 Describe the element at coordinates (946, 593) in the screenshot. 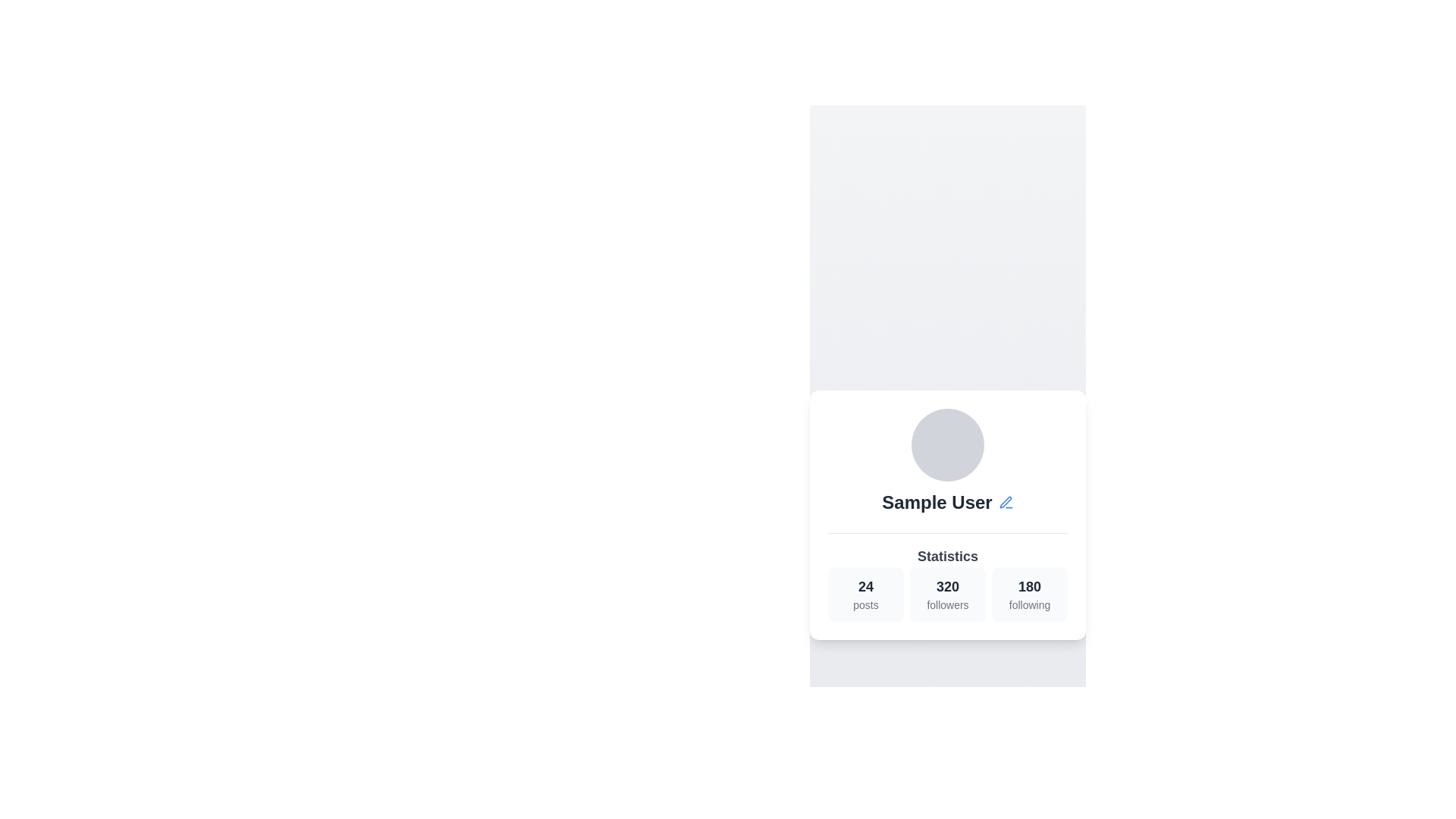

I see `the Information Display Card that displays the number of followers associated with the user profile, located in the middle of three cards under the 'Statistics' heading` at that location.